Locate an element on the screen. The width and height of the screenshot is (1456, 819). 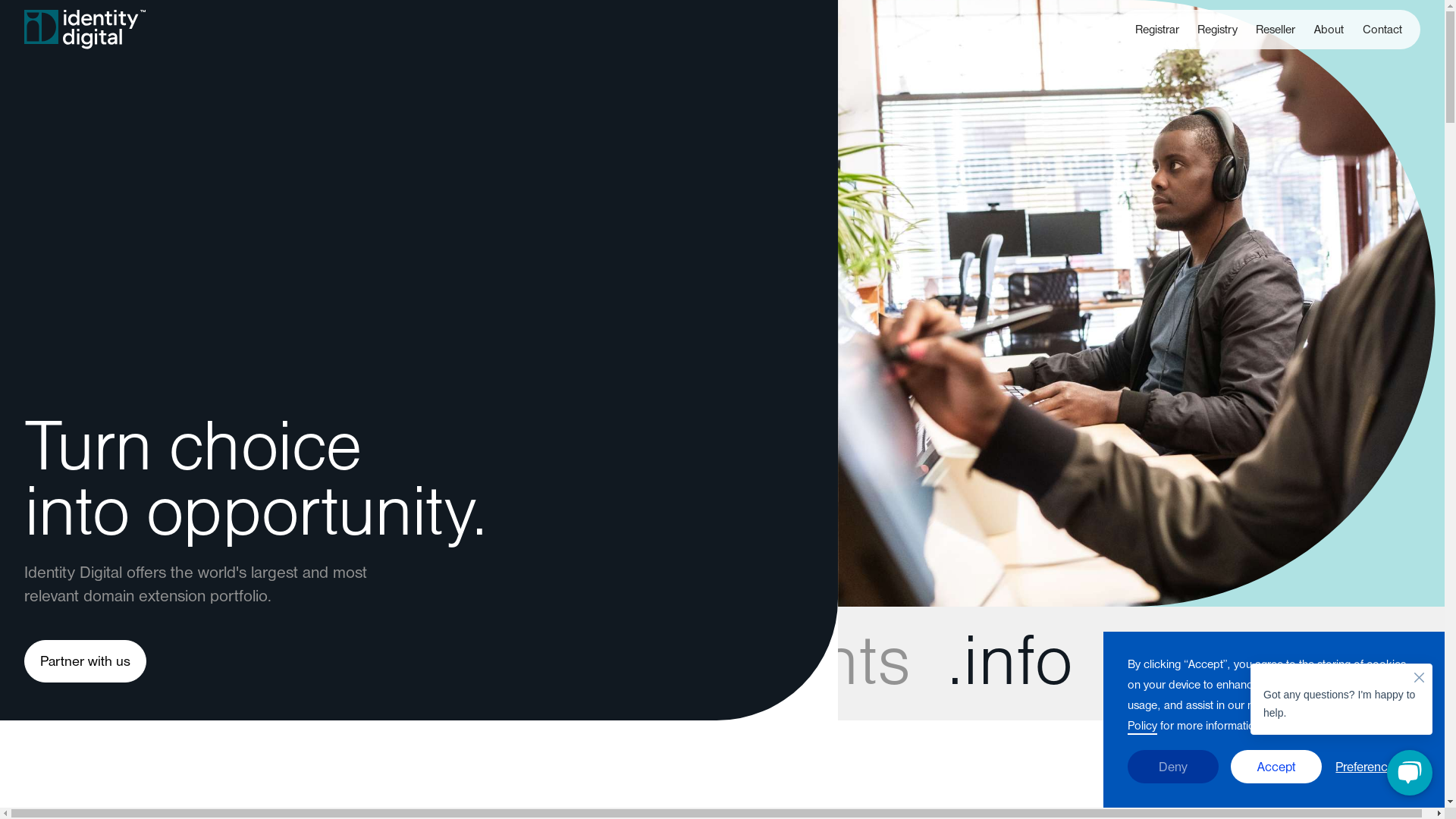
'Partner with us' is located at coordinates (84, 660).